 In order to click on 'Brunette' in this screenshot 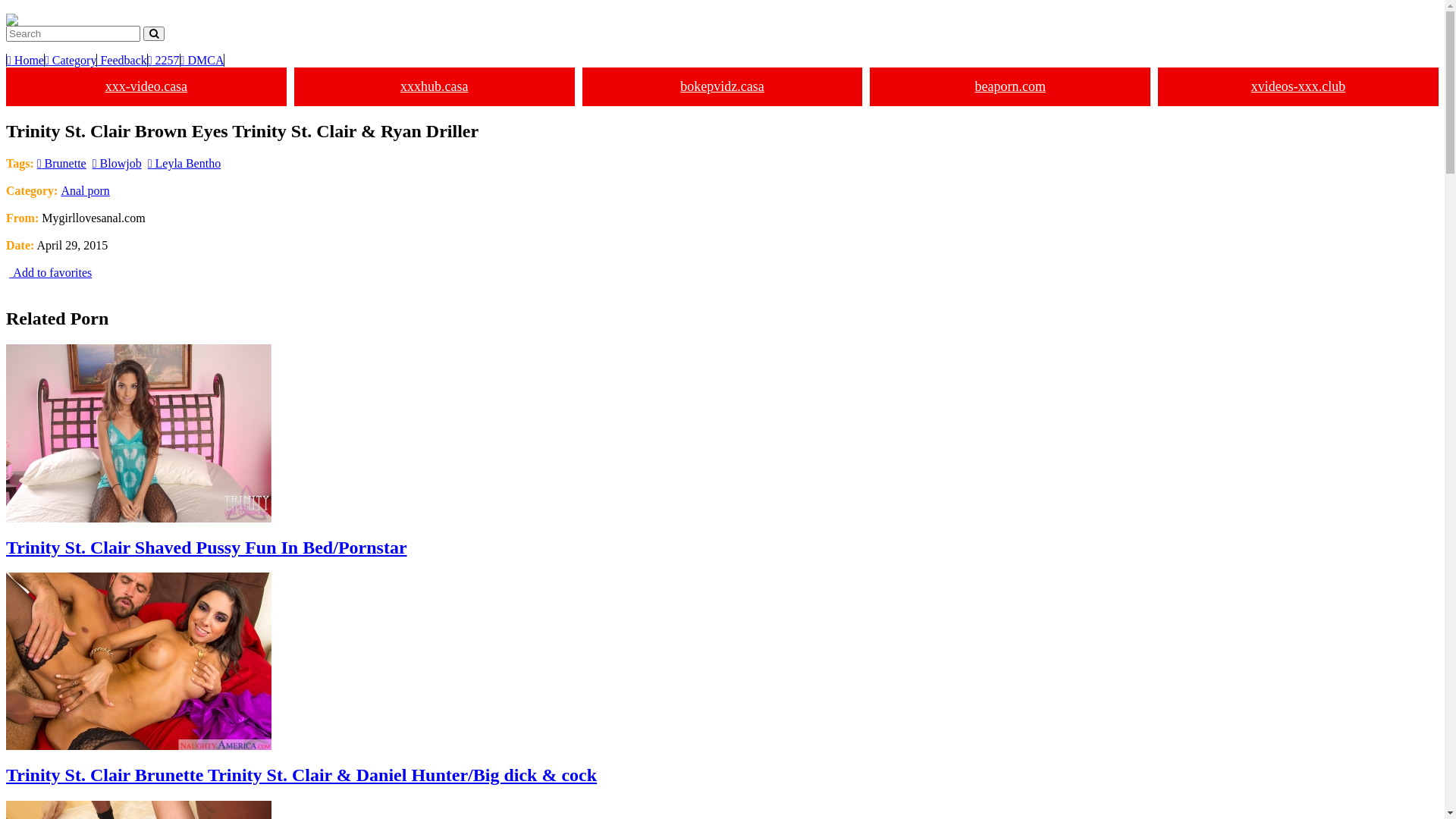, I will do `click(36, 163)`.